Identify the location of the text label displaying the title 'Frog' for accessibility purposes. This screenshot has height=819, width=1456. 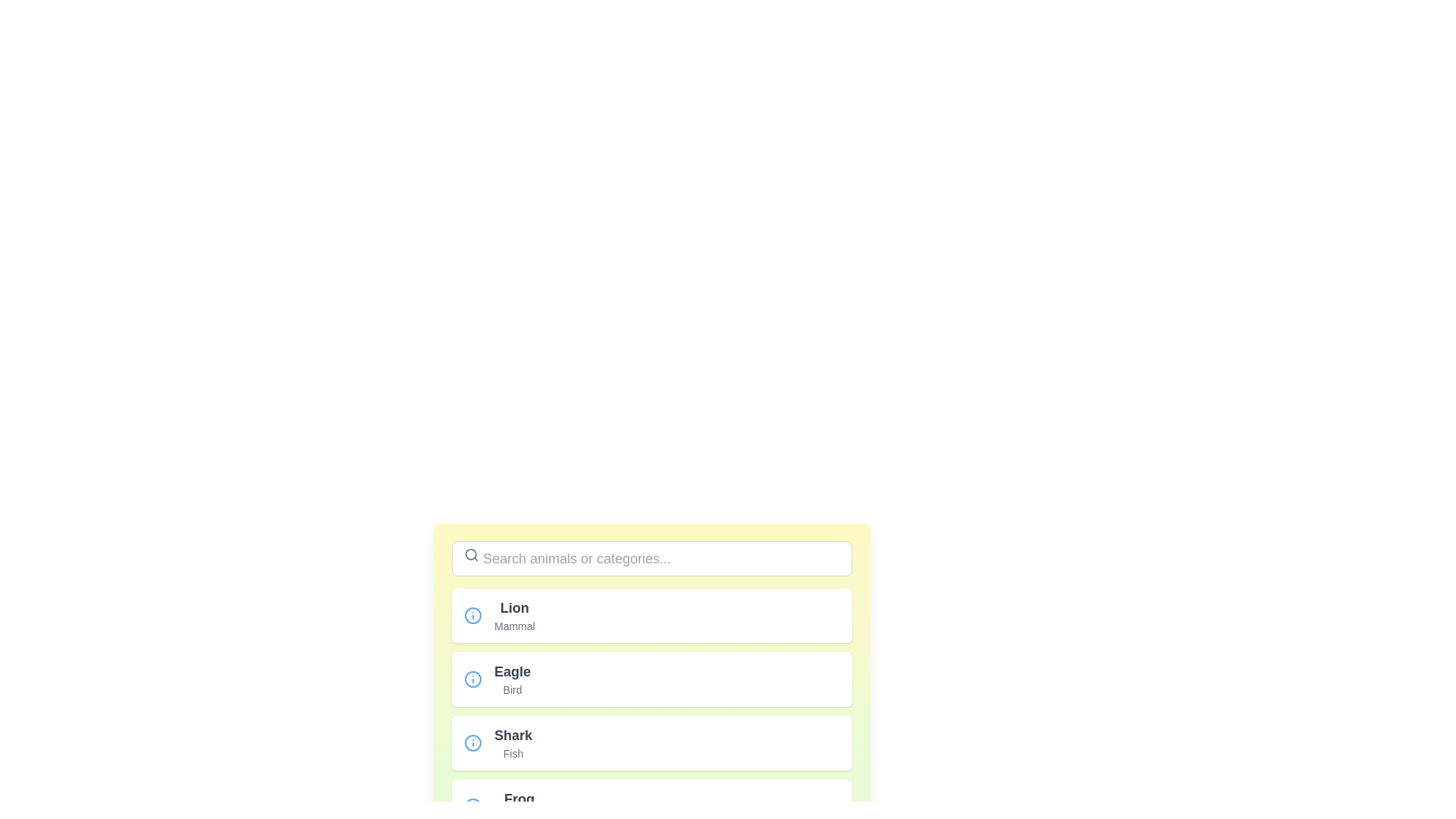
(519, 798).